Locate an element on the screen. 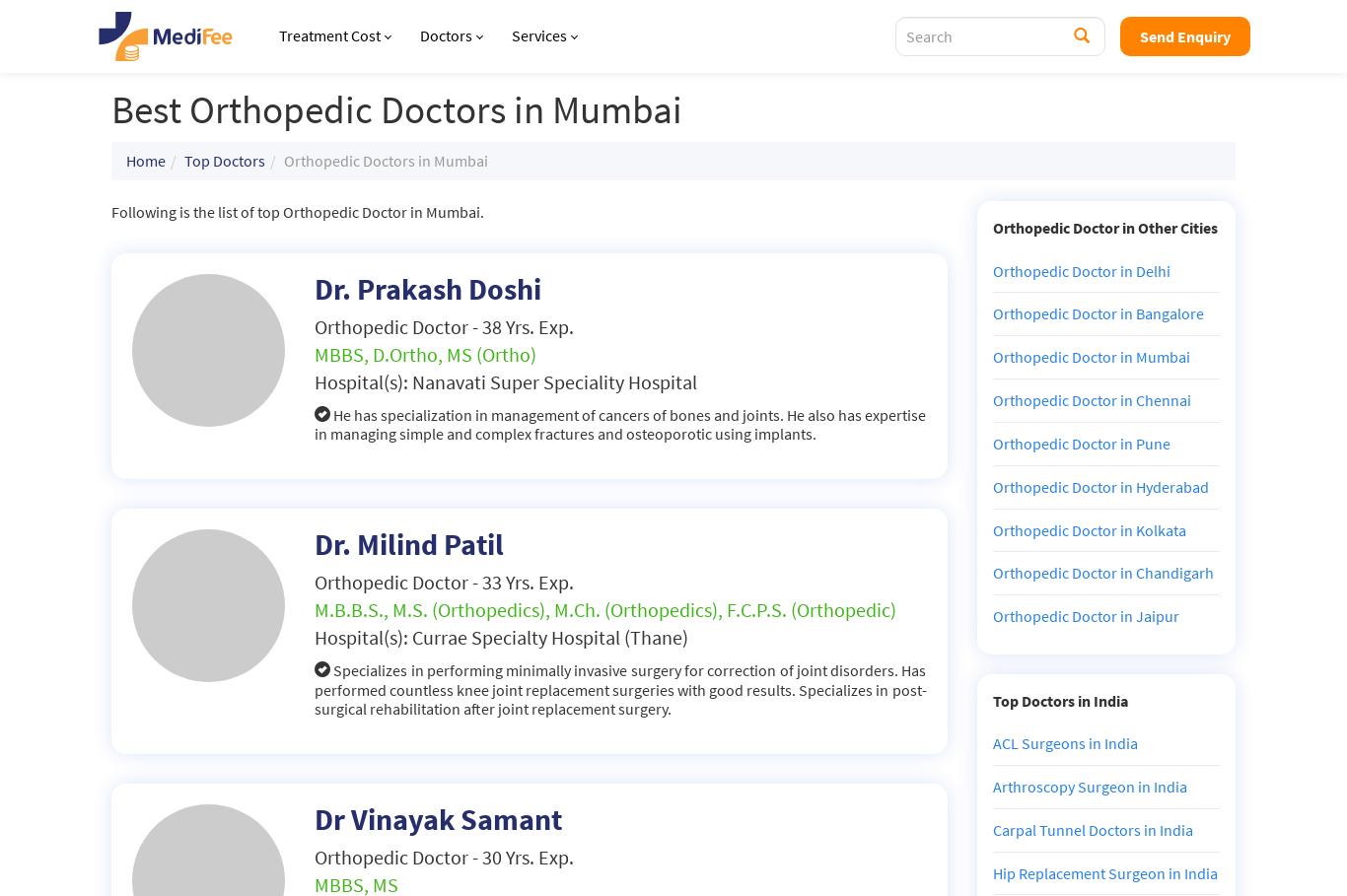  'Carpal Tunnel Doctors in India' is located at coordinates (1091, 828).